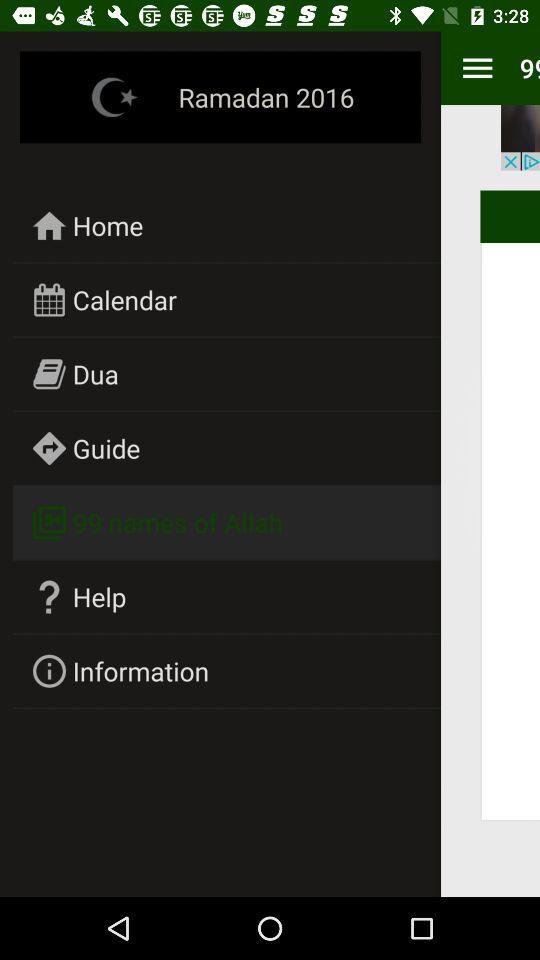 This screenshot has width=540, height=960. I want to click on item above the allah item, so click(520, 136).